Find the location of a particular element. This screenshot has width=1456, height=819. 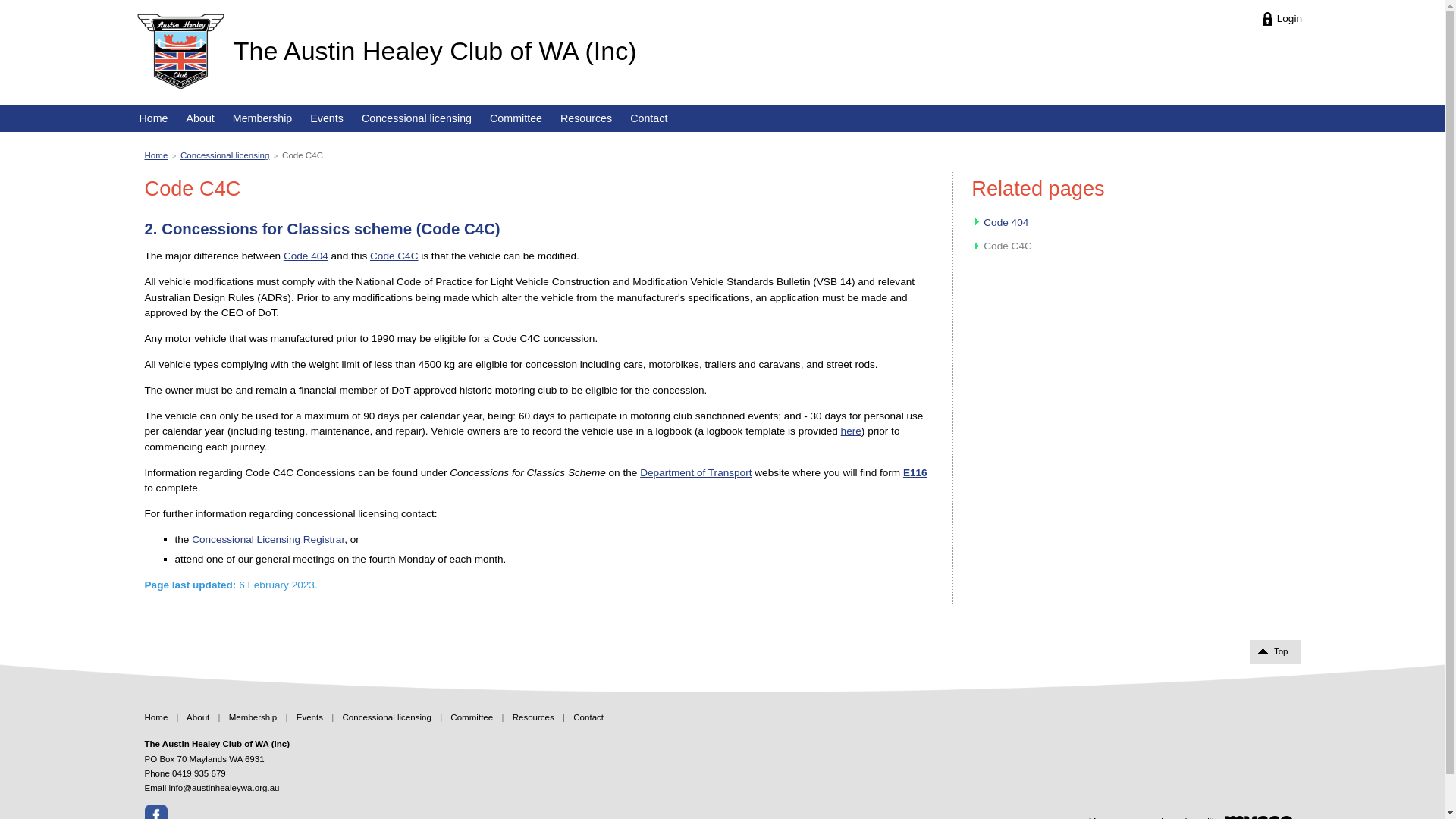

'Code 404' is located at coordinates (1006, 222).